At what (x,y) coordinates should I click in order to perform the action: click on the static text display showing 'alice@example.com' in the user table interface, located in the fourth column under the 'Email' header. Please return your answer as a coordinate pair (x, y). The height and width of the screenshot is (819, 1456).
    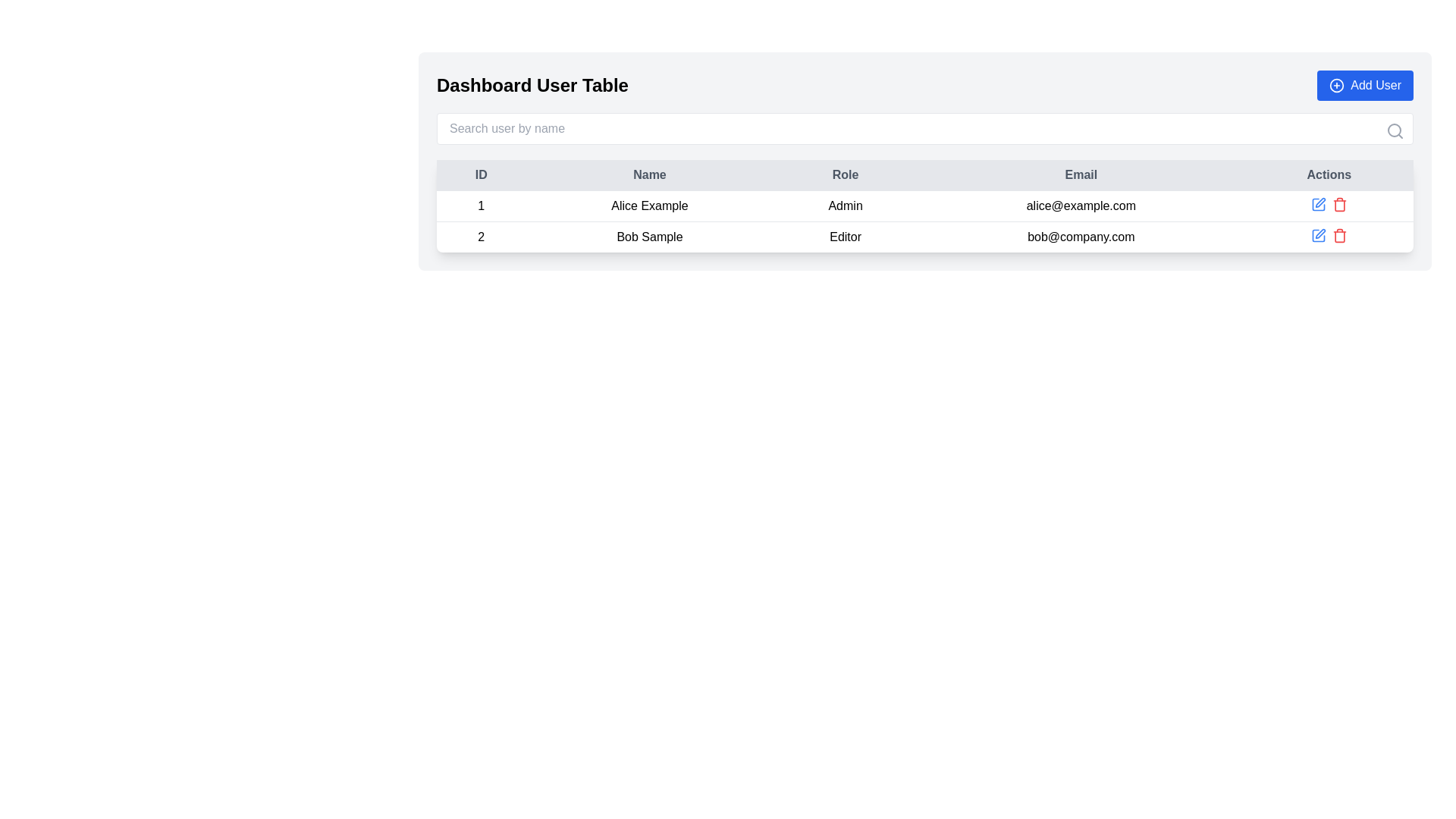
    Looking at the image, I should click on (1080, 206).